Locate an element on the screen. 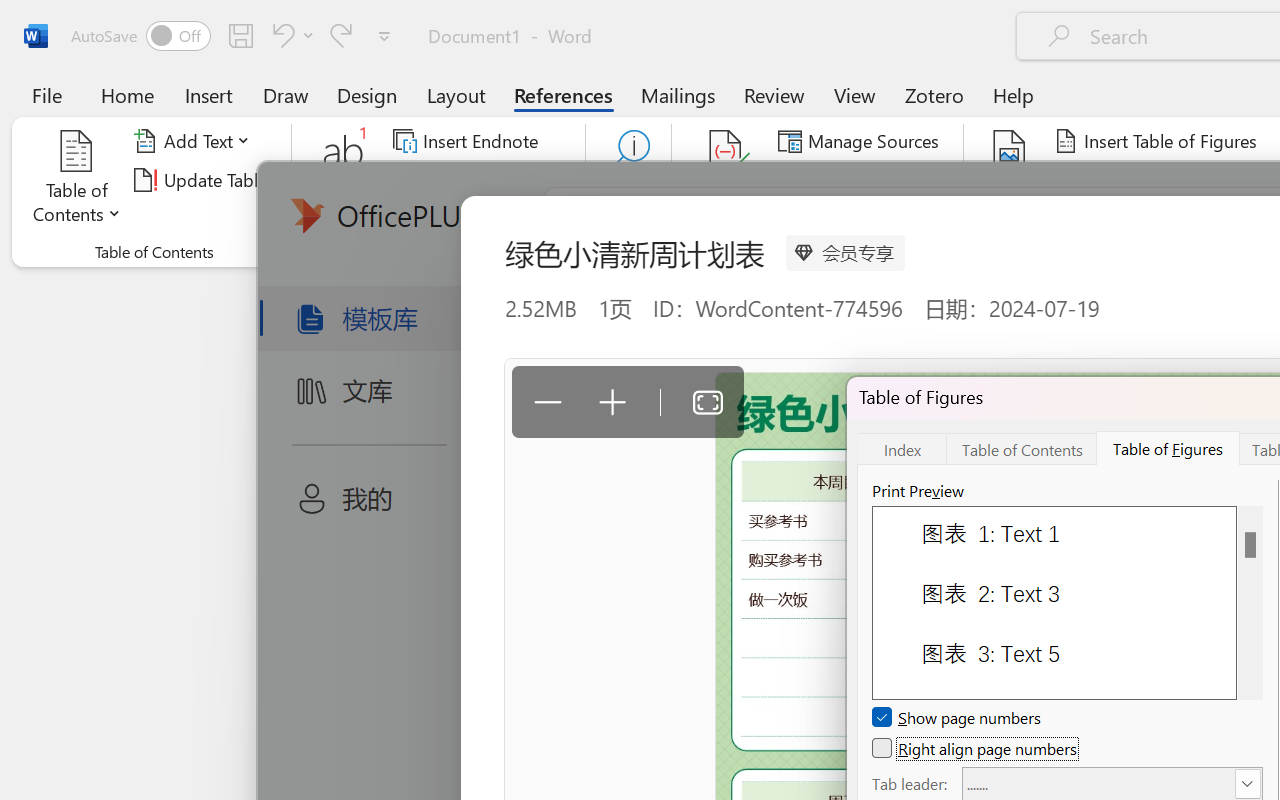 This screenshot has height=800, width=1280. 'Show page numbers' is located at coordinates (957, 717).